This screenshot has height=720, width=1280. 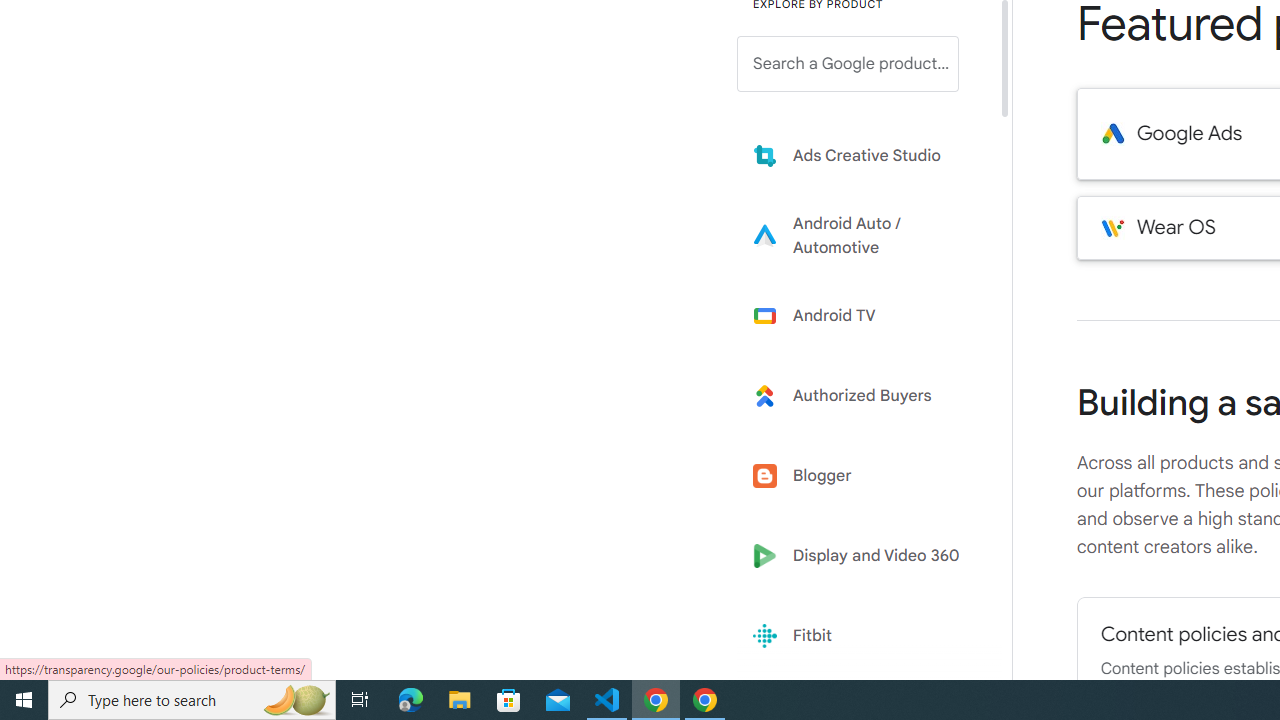 I want to click on 'Search a Google product from below list.', so click(x=848, y=63).